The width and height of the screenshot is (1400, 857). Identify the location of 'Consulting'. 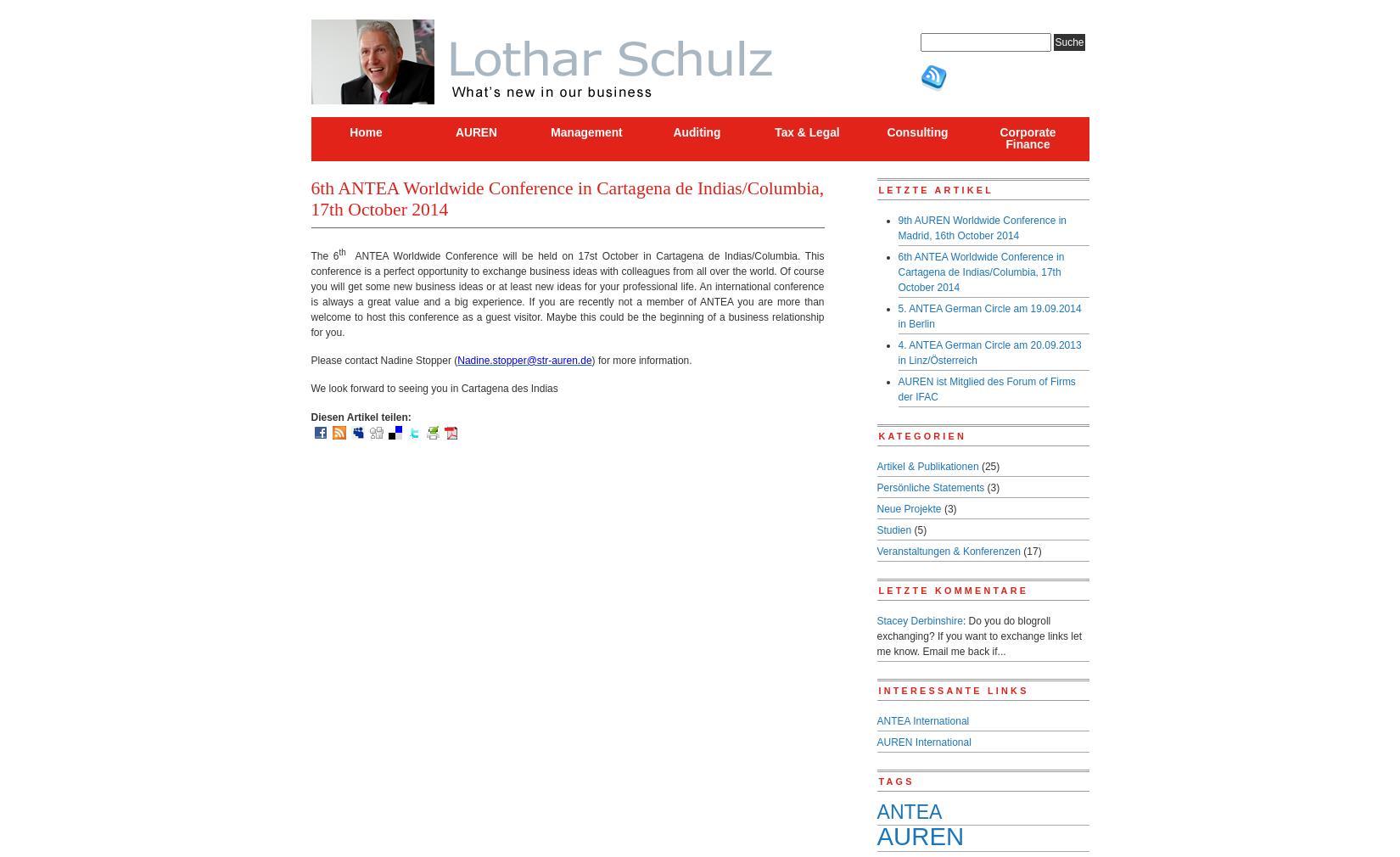
(886, 132).